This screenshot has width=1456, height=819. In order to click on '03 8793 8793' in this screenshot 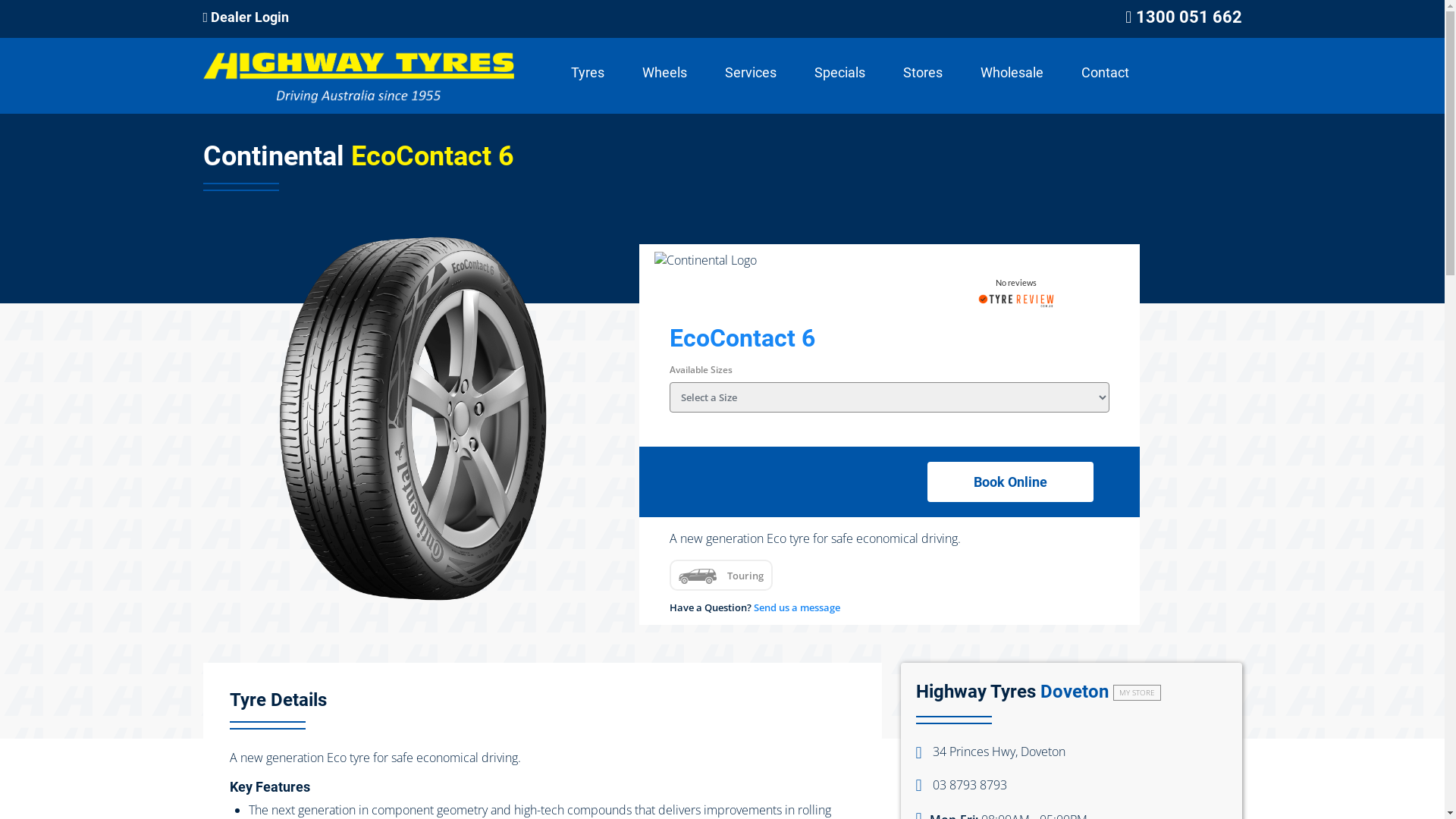, I will do `click(960, 784)`.